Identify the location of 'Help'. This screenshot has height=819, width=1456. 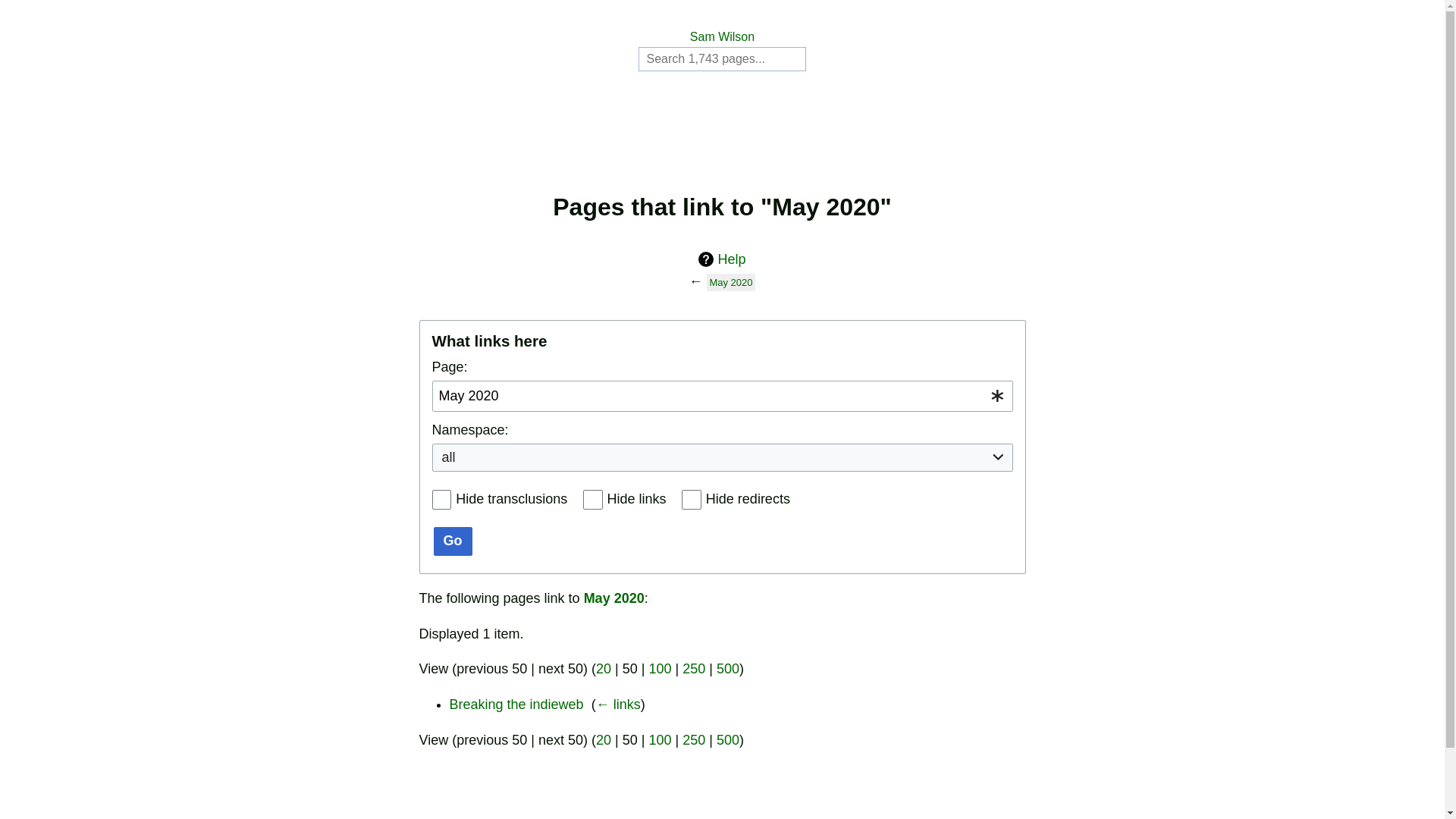
(720, 259).